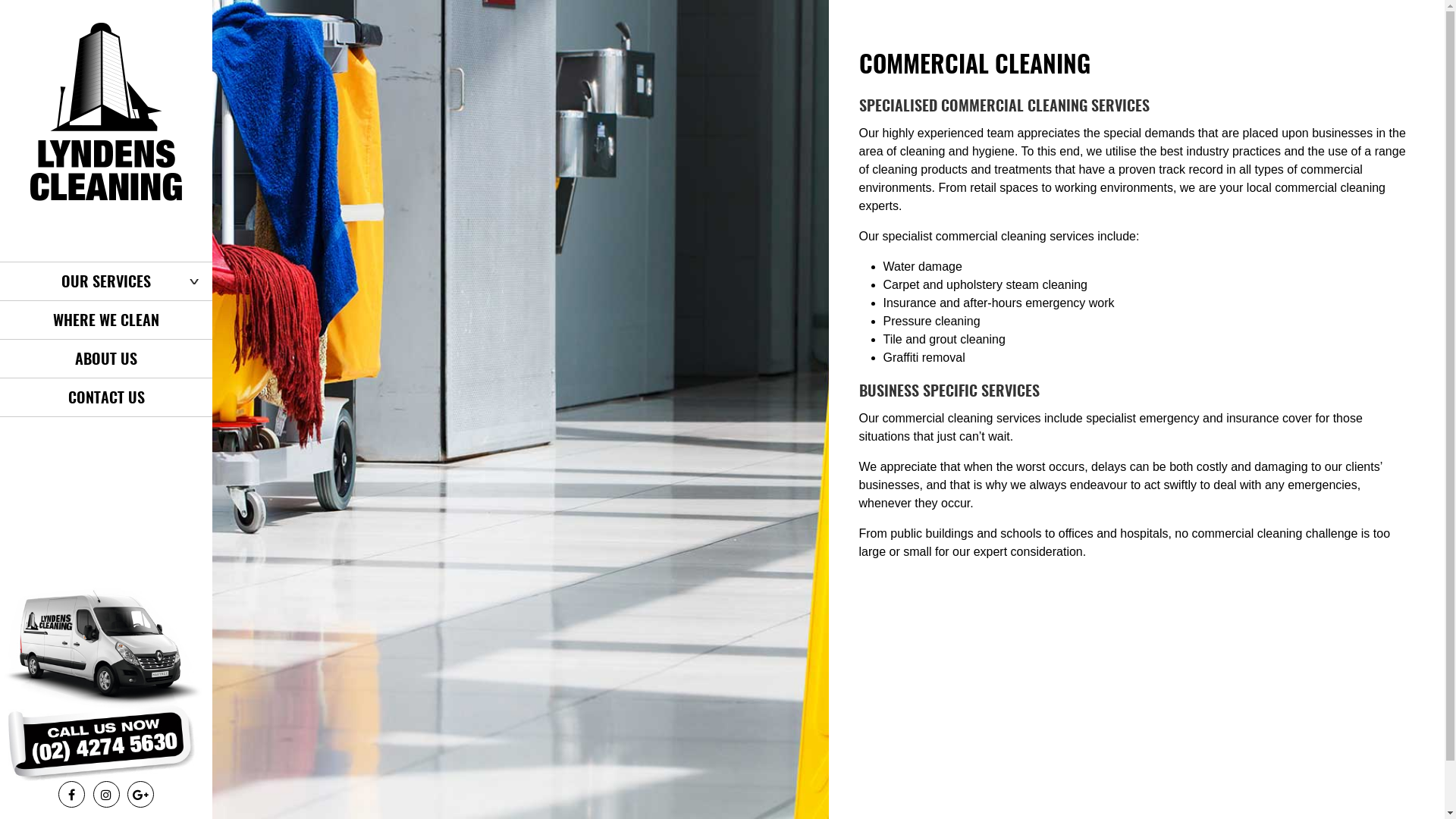  I want to click on 'ABOUT US', so click(105, 359).